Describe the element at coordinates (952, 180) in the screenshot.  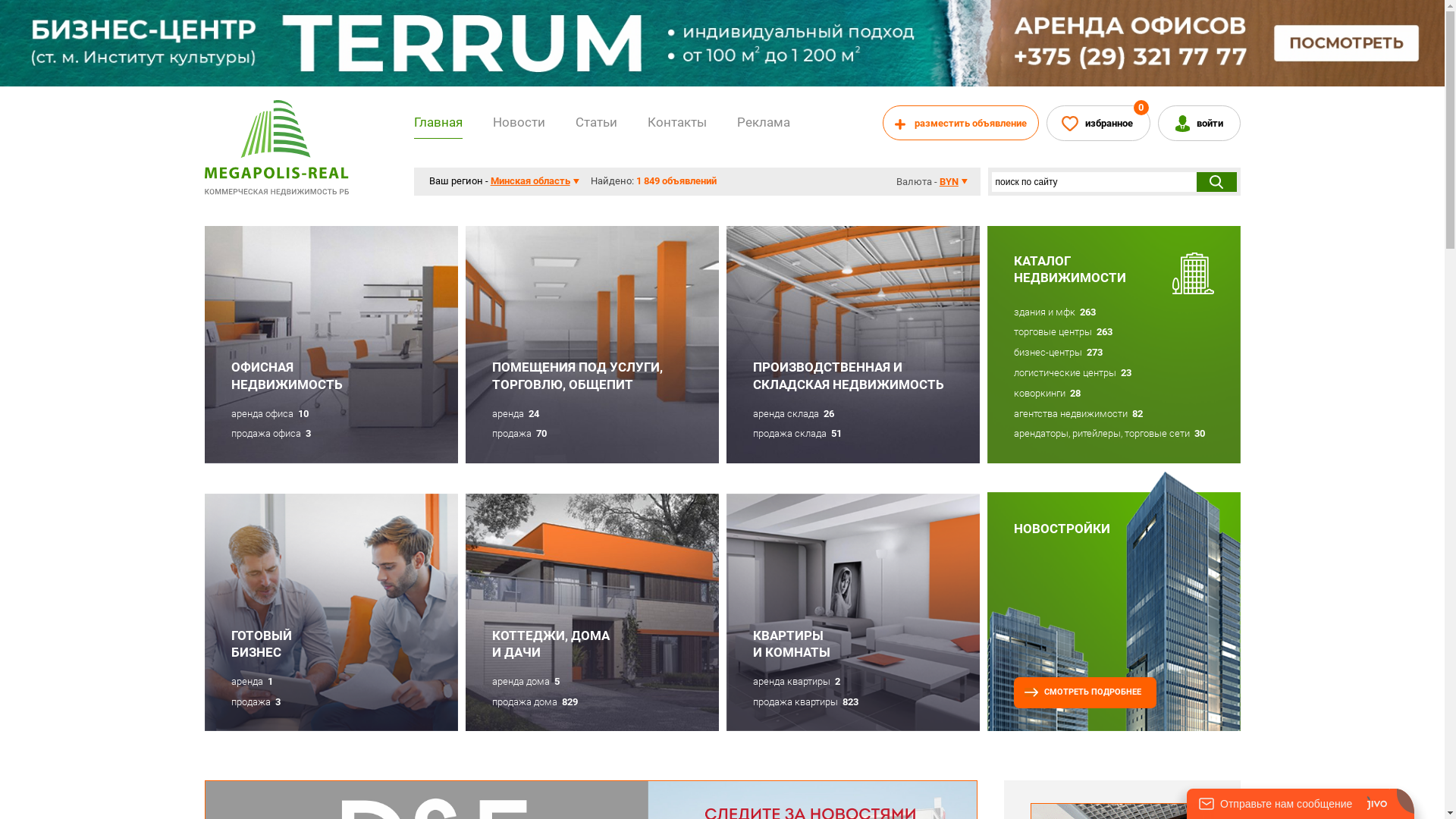
I see `'BYN'` at that location.